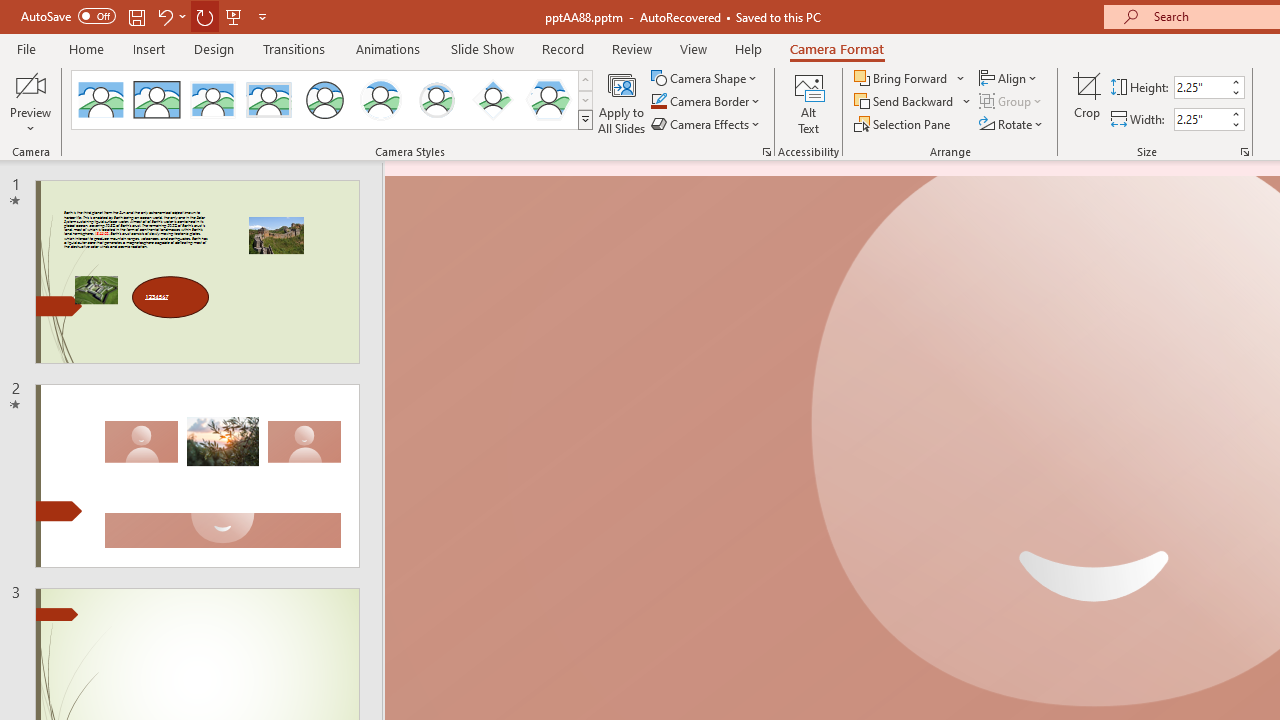 This screenshot has width=1280, height=720. Describe the element at coordinates (1012, 124) in the screenshot. I see `'Rotate'` at that location.